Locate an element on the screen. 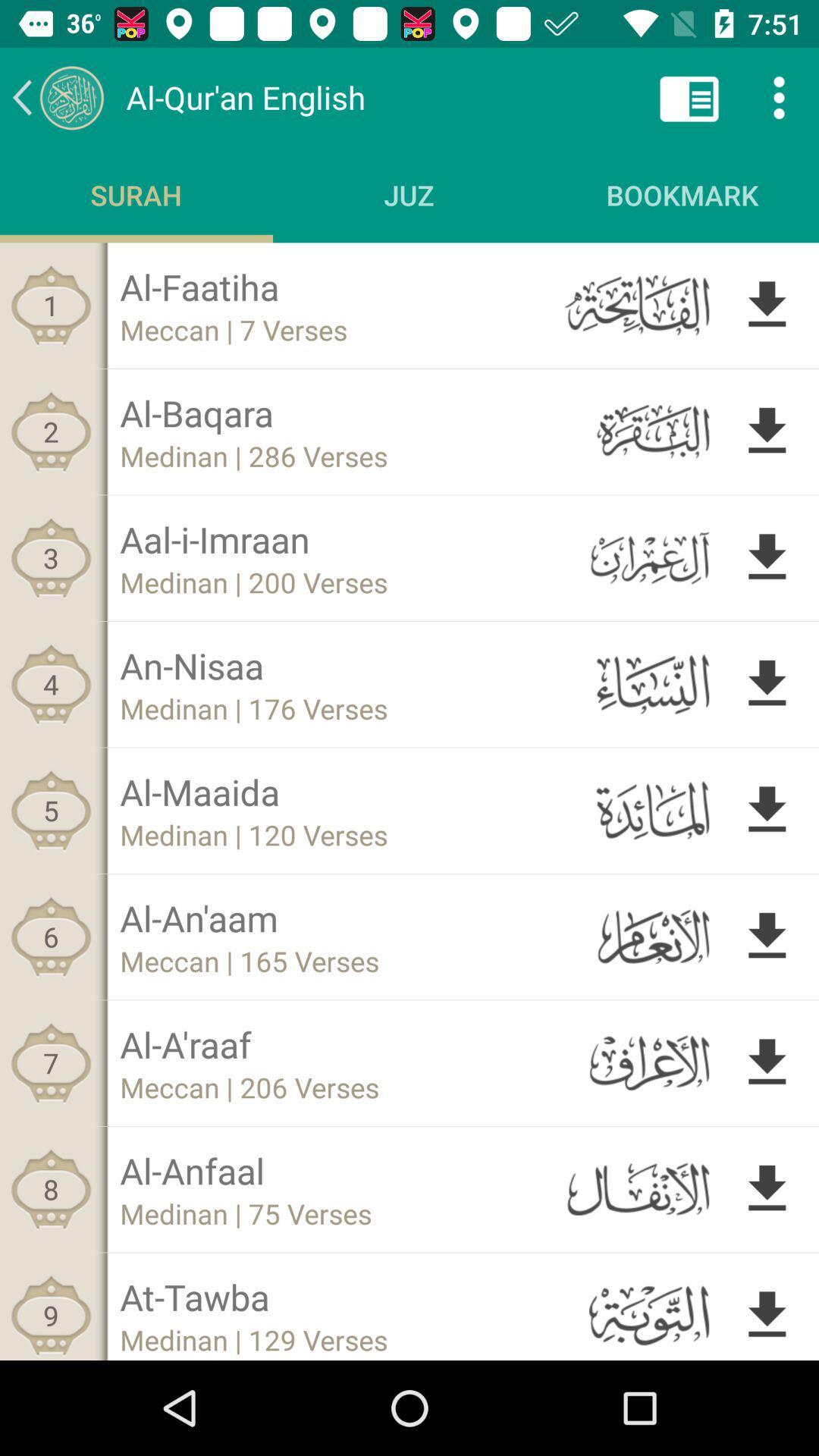 Image resolution: width=819 pixels, height=1456 pixels. downloads a qur'an verse is located at coordinates (767, 557).